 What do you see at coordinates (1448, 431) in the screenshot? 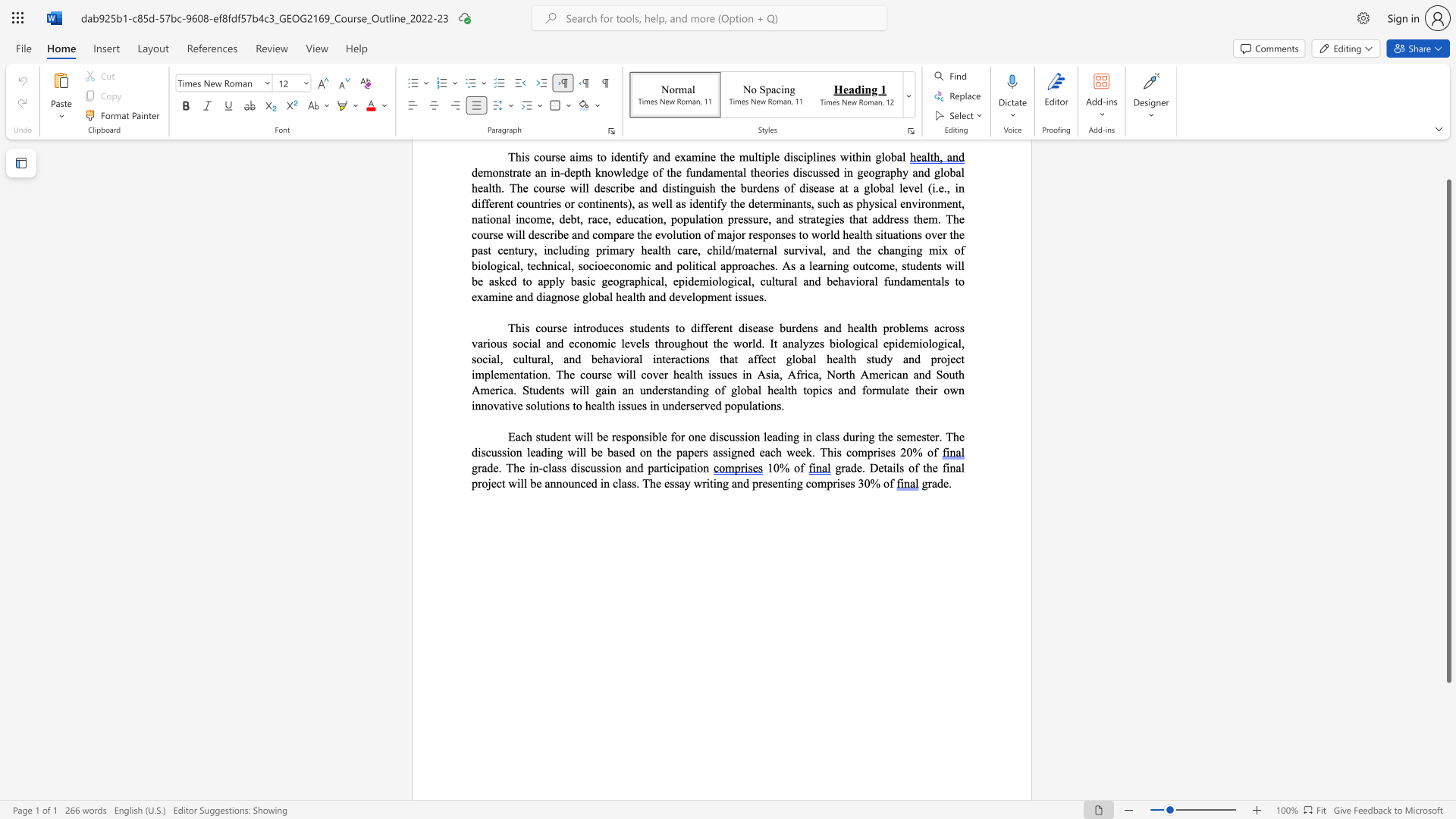
I see `the scrollbar and move down 150 pixels` at bounding box center [1448, 431].